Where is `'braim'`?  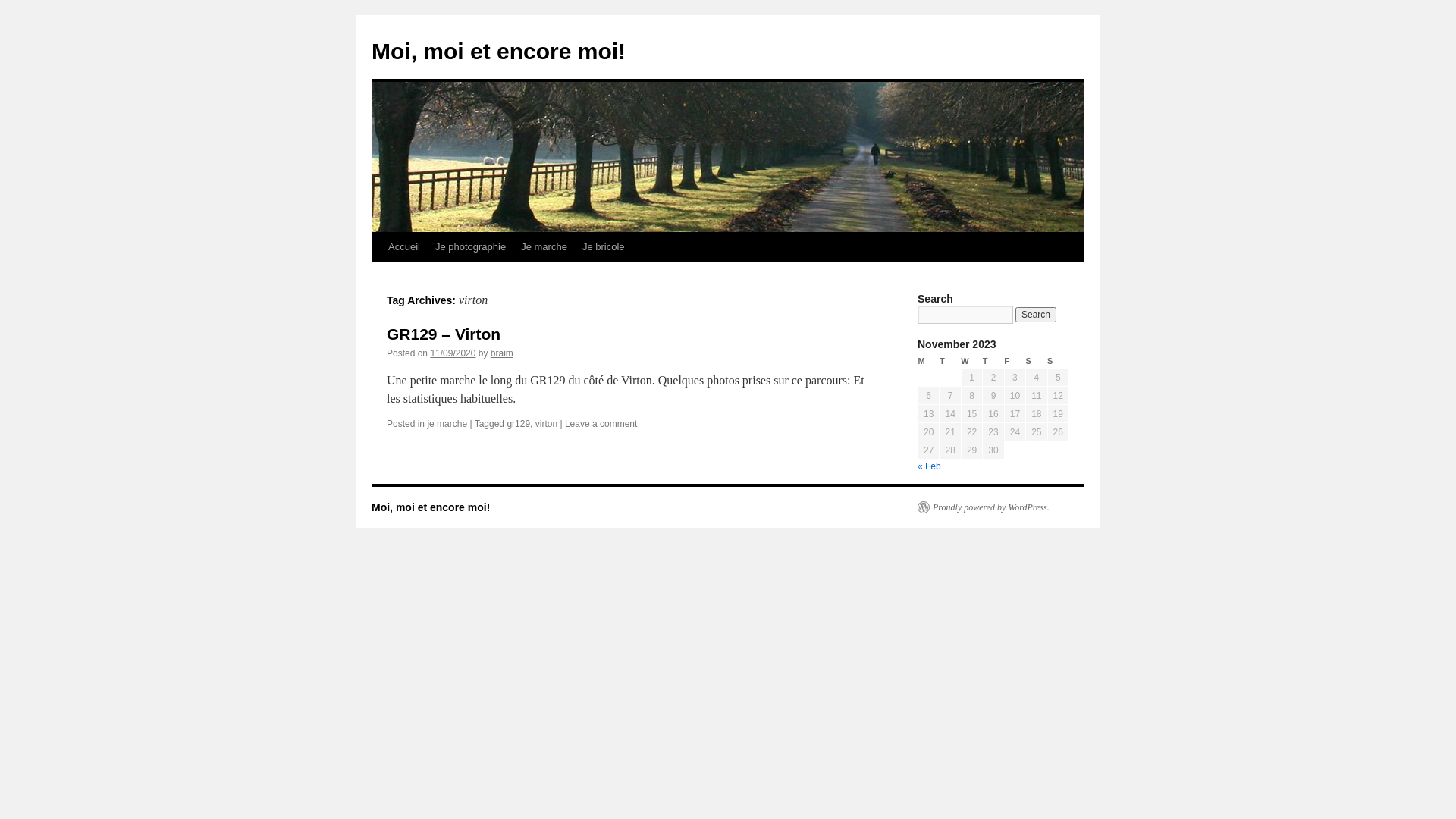 'braim' is located at coordinates (502, 353).